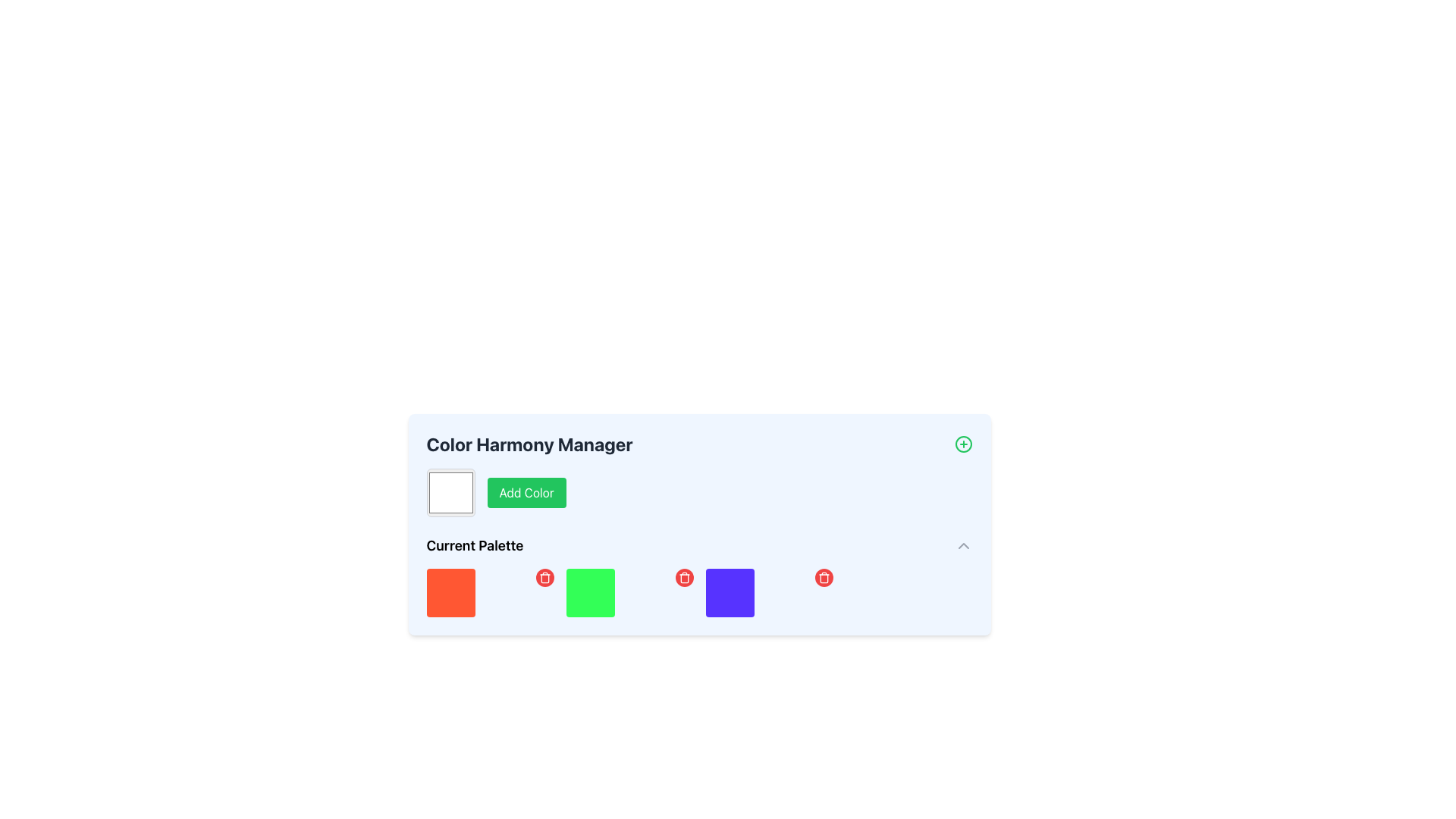 This screenshot has width=1456, height=819. Describe the element at coordinates (823, 578) in the screenshot. I see `the delete button located at the top-right corner of the purple square in the 'Current Palette' section` at that location.